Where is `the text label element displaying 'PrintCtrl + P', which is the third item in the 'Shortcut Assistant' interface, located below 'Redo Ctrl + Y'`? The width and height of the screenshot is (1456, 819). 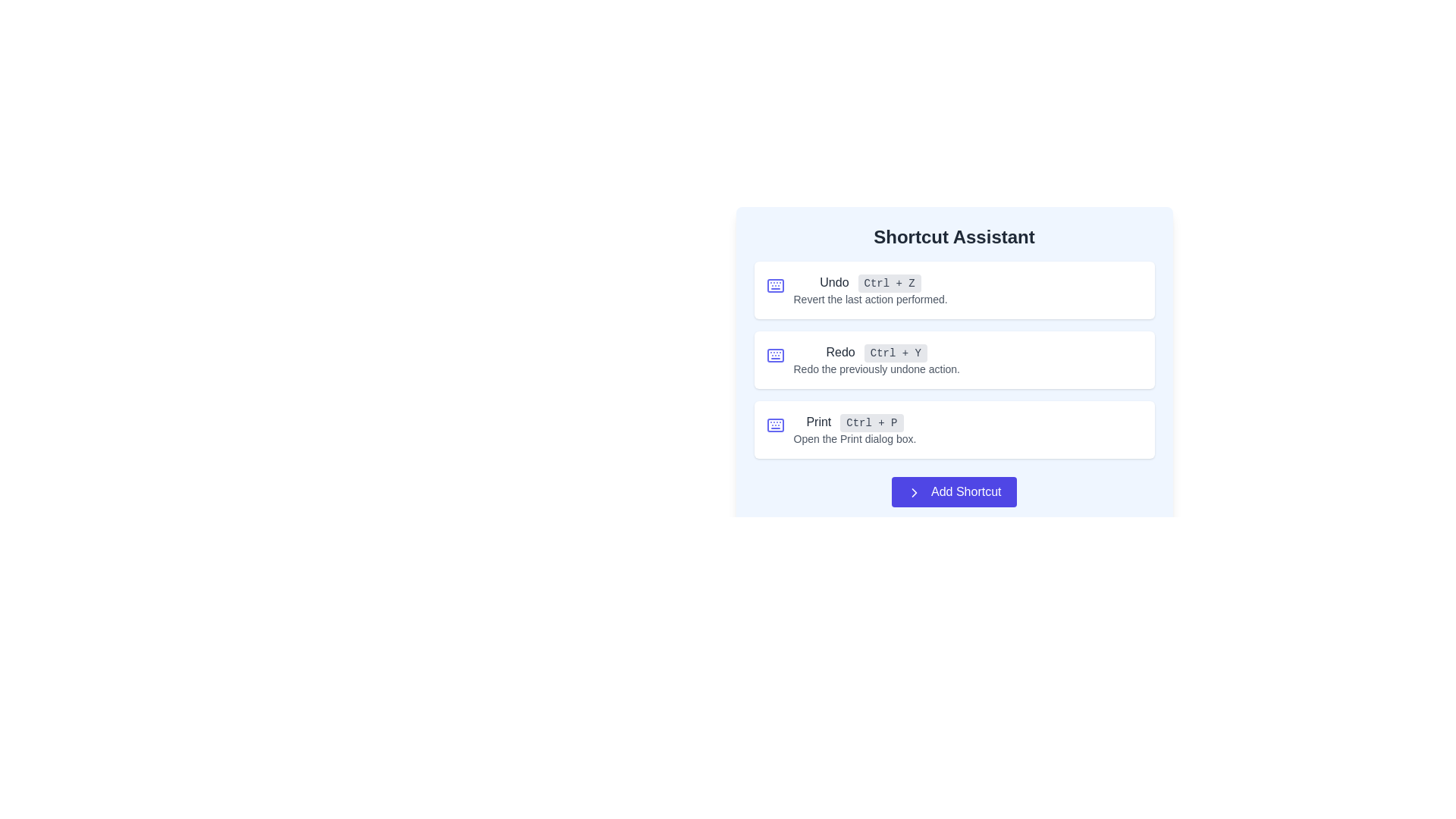
the text label element displaying 'PrintCtrl + P', which is the third item in the 'Shortcut Assistant' interface, located below 'Redo Ctrl + Y' is located at coordinates (855, 422).